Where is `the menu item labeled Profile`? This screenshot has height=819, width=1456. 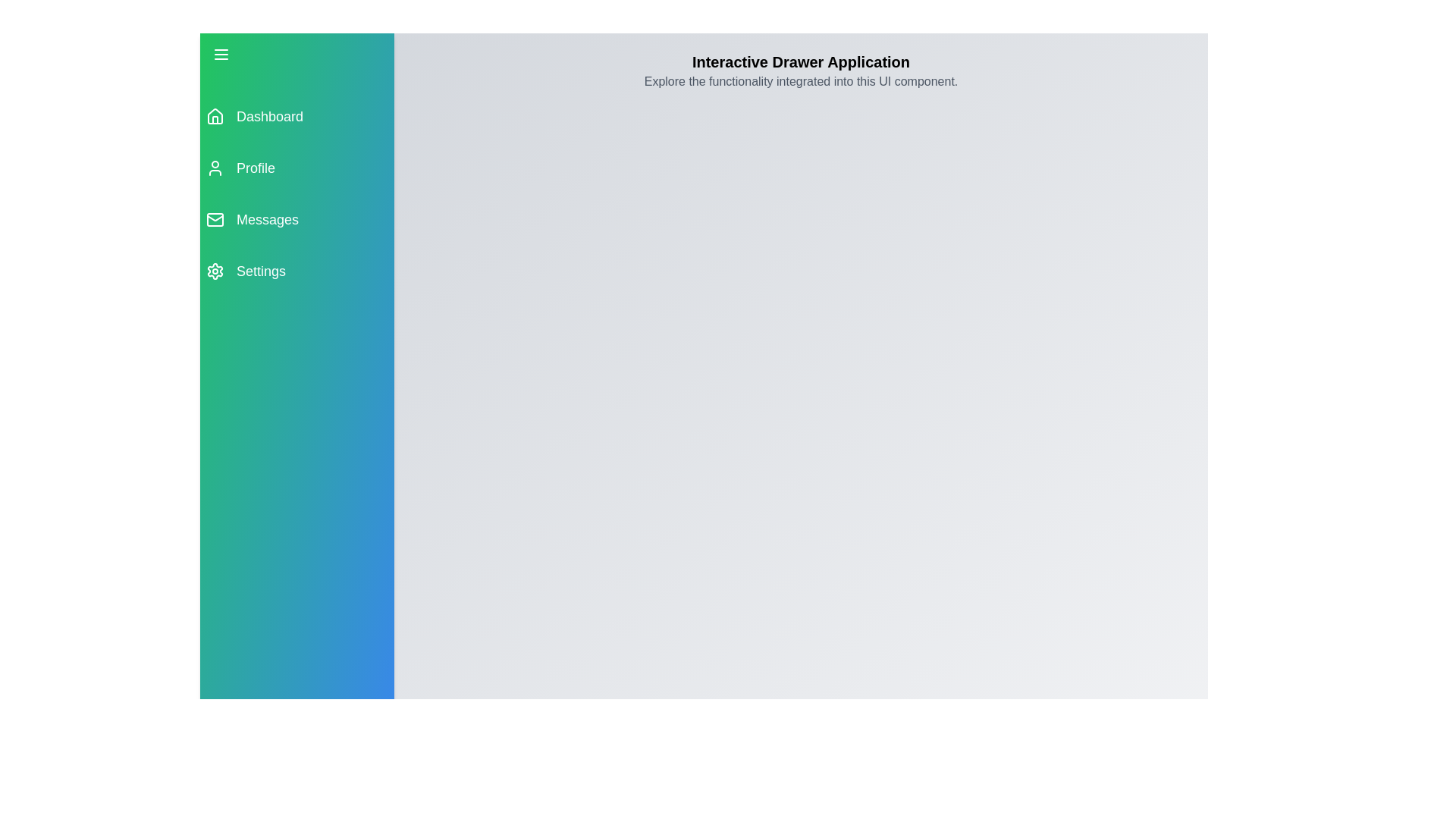
the menu item labeled Profile is located at coordinates (297, 168).